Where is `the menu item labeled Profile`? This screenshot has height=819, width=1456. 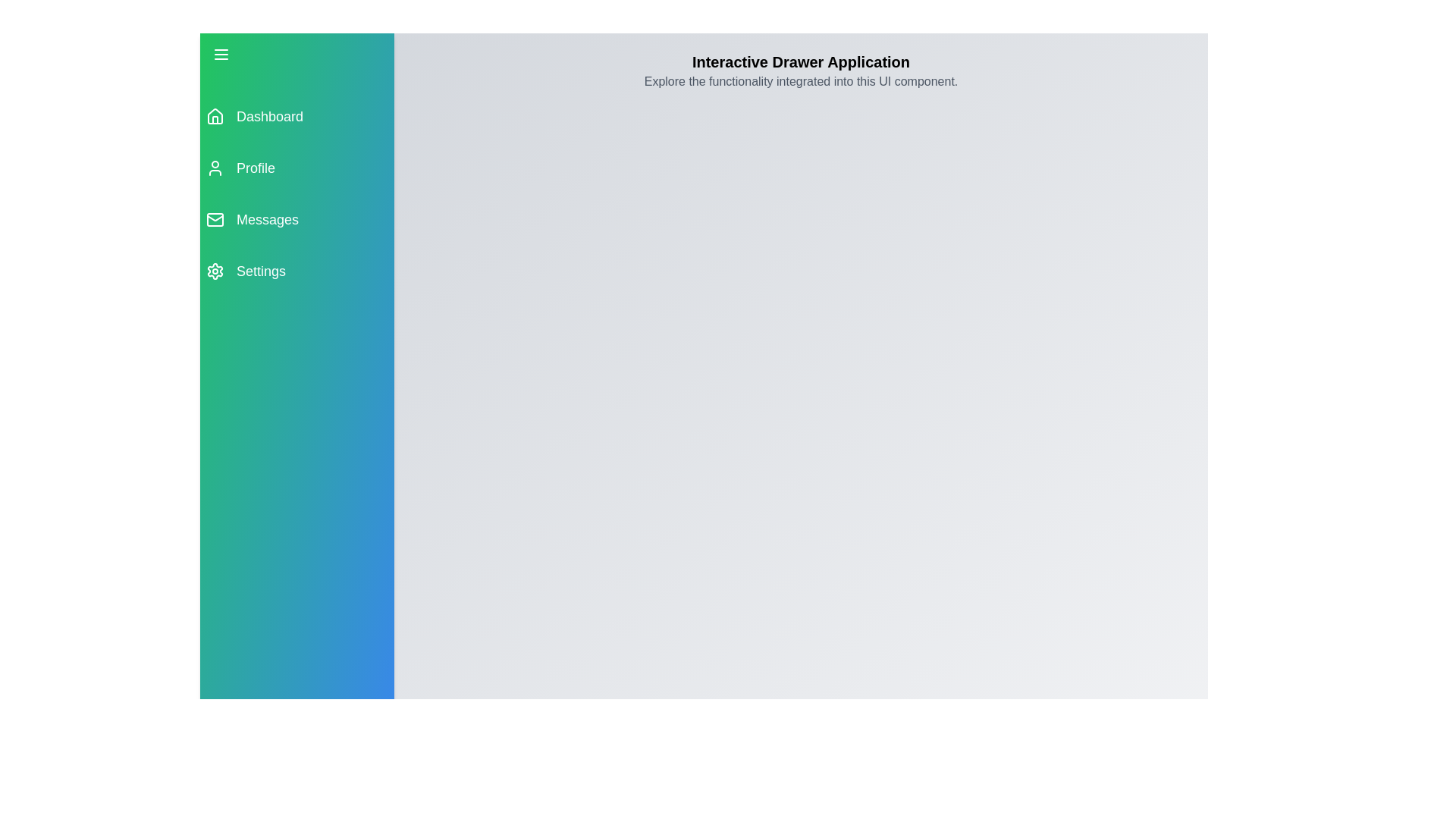
the menu item labeled Profile is located at coordinates (297, 168).